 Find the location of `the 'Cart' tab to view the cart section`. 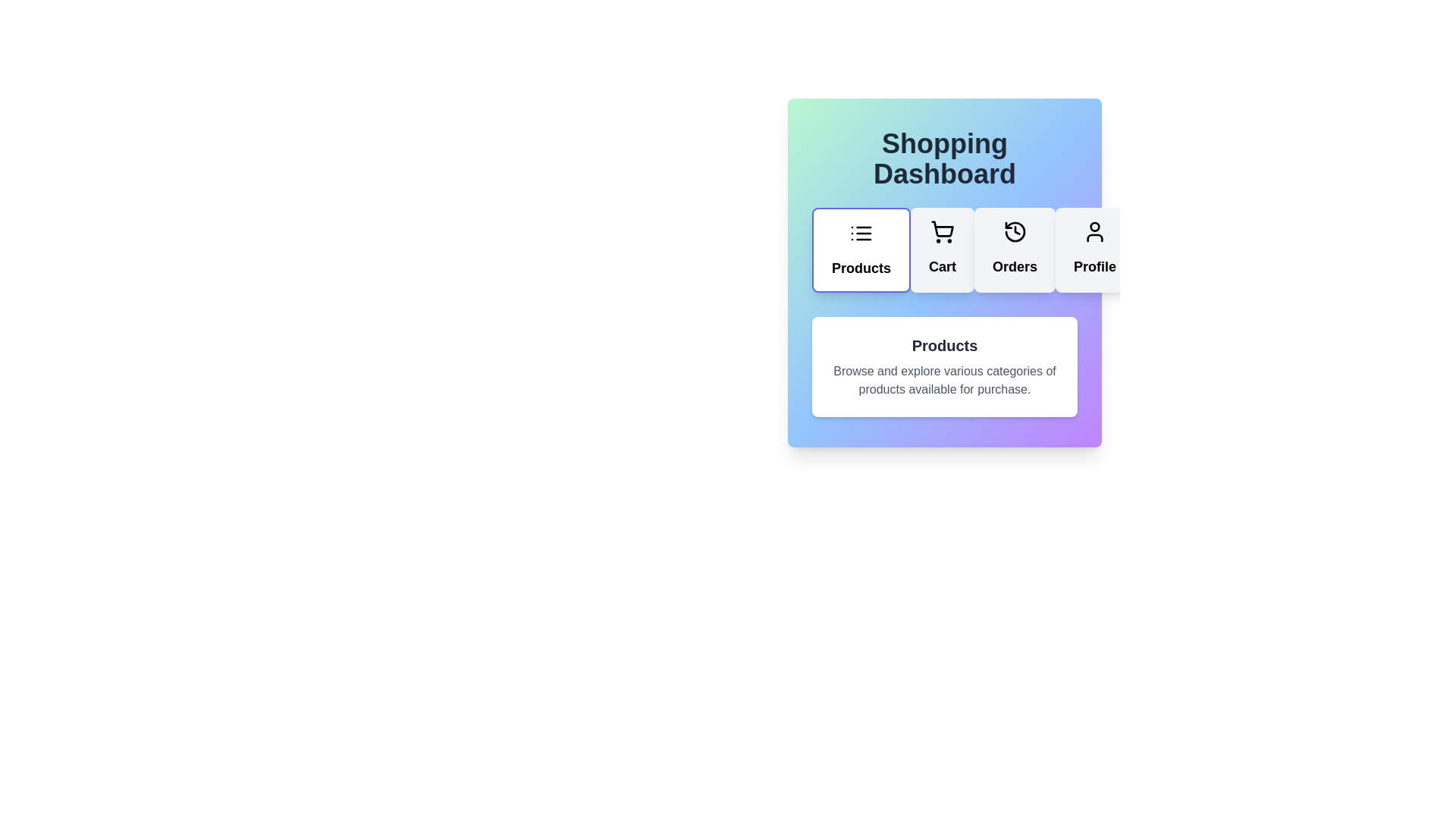

the 'Cart' tab to view the cart section is located at coordinates (942, 249).